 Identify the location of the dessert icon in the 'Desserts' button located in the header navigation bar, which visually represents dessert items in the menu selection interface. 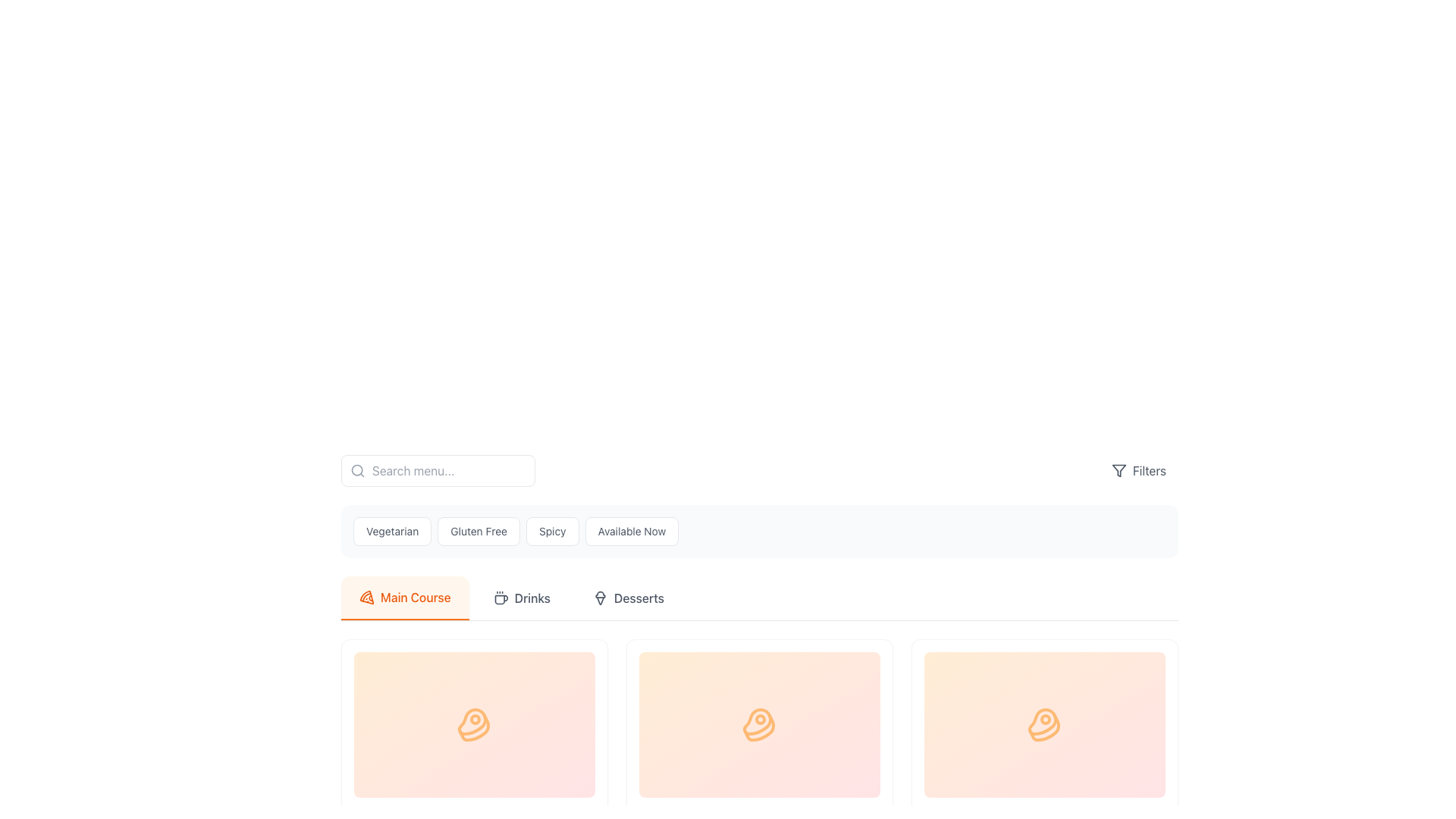
(600, 598).